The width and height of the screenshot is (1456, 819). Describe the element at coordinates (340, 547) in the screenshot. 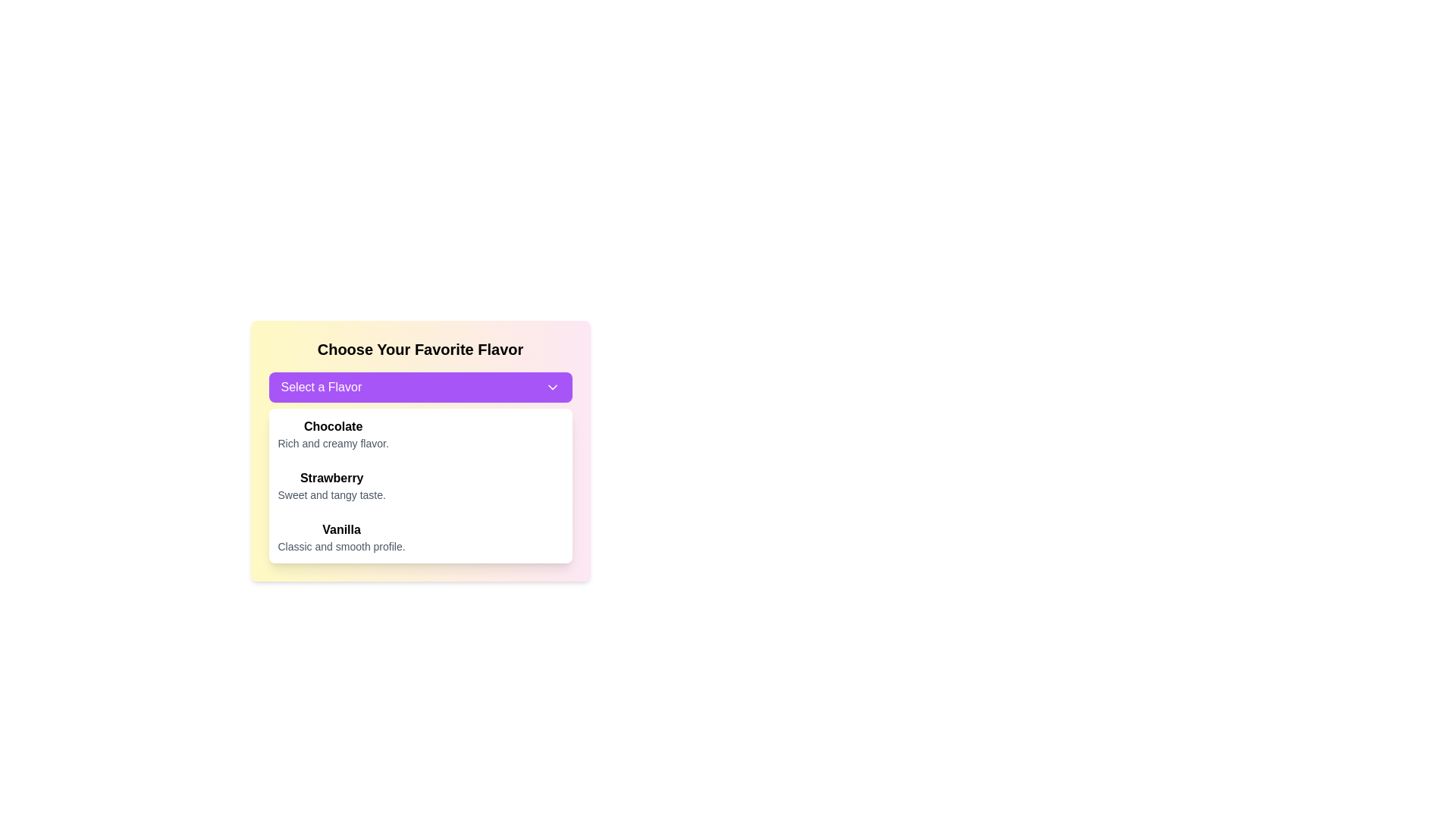

I see `descriptive text label located under the 'Vanilla' flavor option in the dropdown menu, styled in a smaller, lighter gray font` at that location.